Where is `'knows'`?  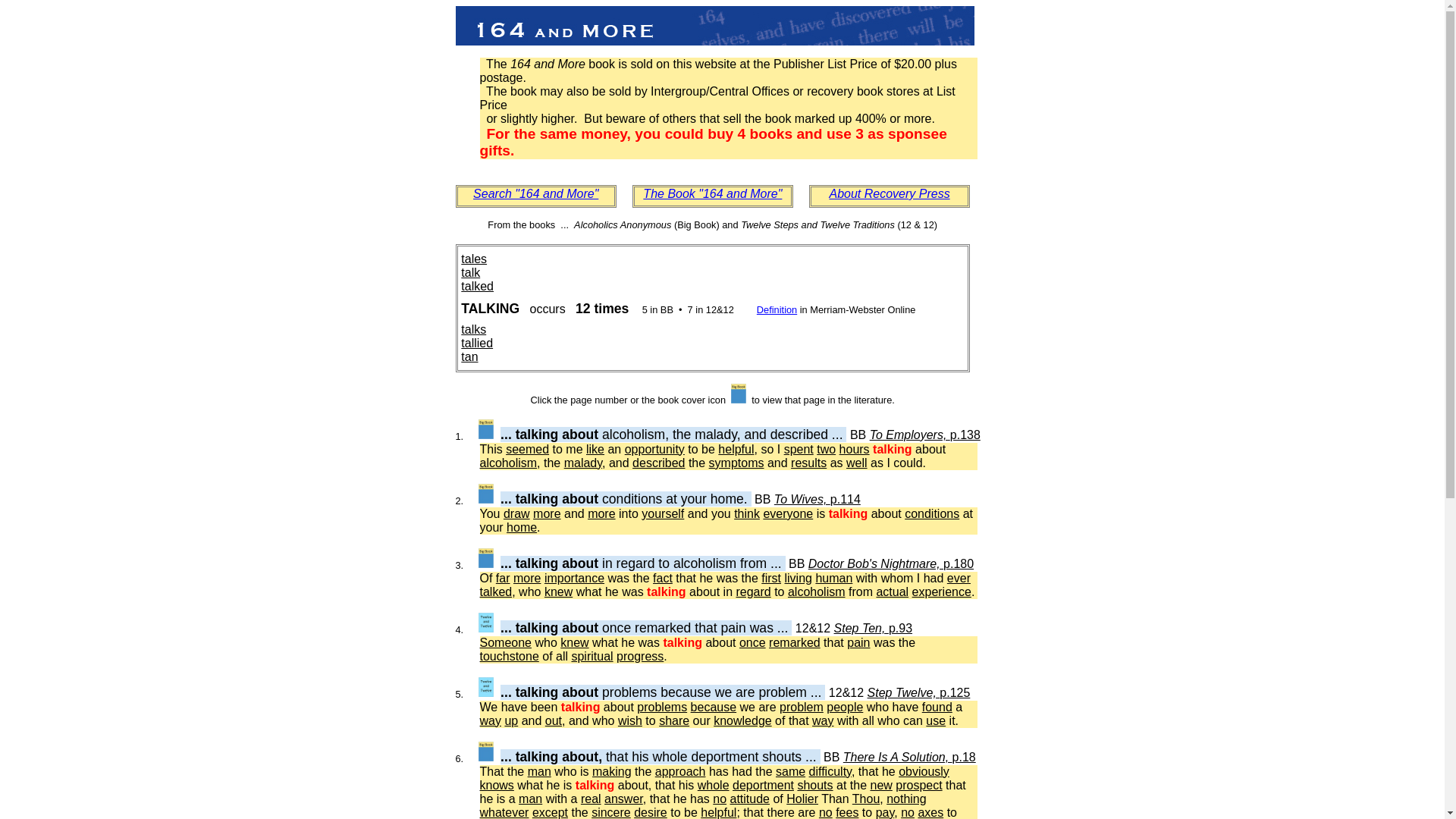 'knows' is located at coordinates (496, 785).